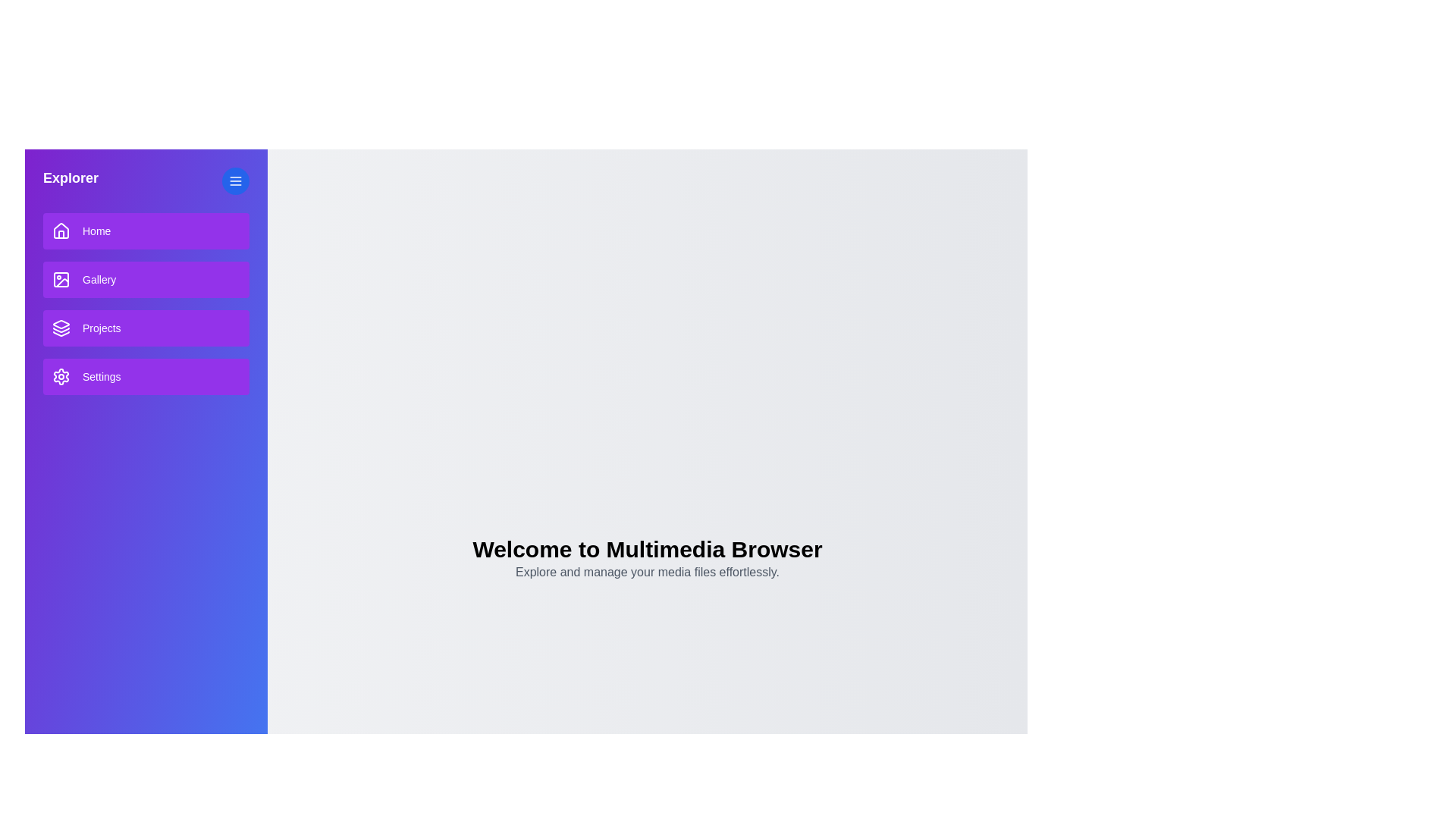 Image resolution: width=1456 pixels, height=819 pixels. What do you see at coordinates (146, 280) in the screenshot?
I see `the 'Gallery' button to navigate to the Gallery section` at bounding box center [146, 280].